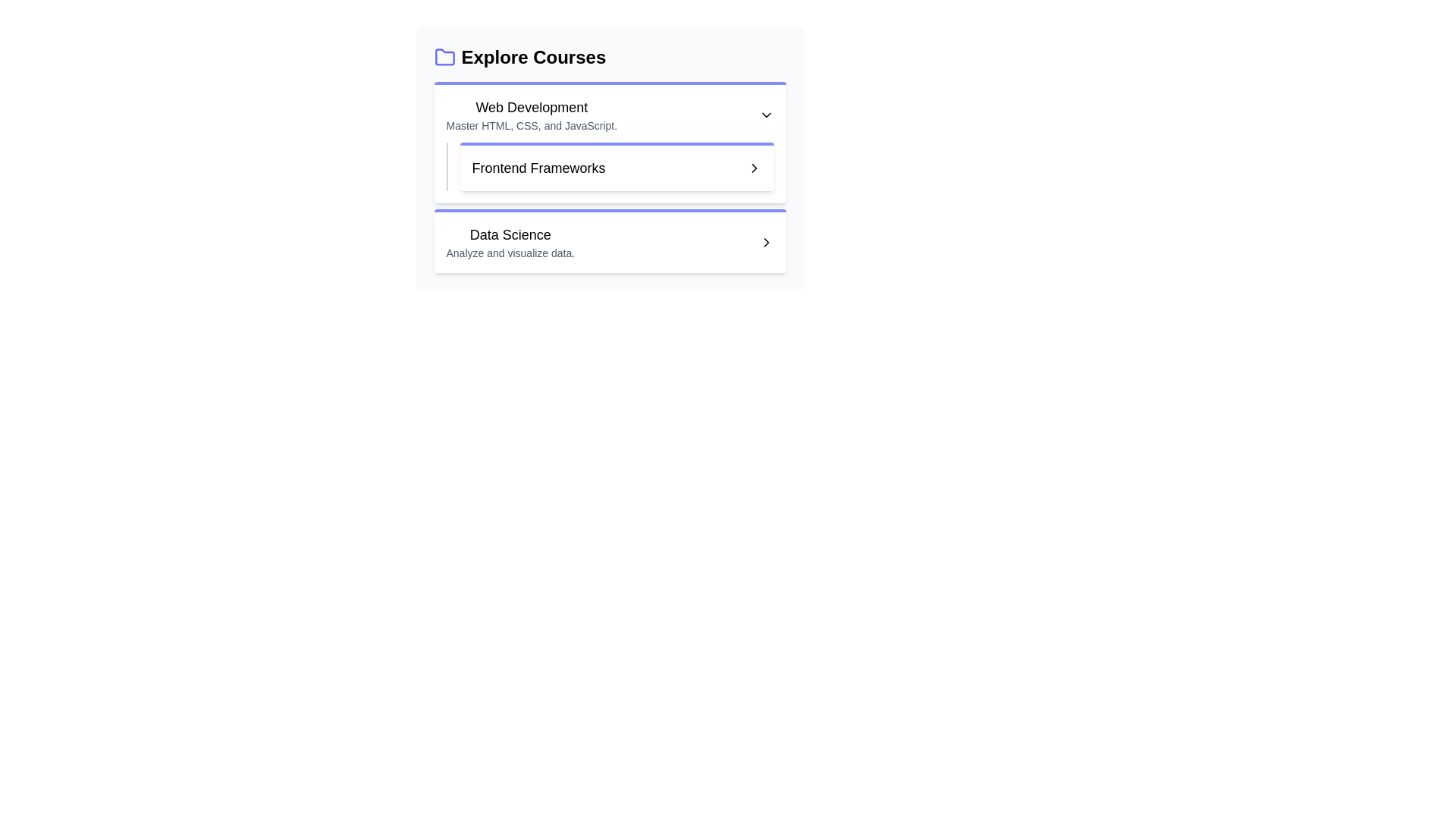  Describe the element at coordinates (510, 234) in the screenshot. I see `the 'Data Science' text label, which is a prominent title in bold formatting` at that location.